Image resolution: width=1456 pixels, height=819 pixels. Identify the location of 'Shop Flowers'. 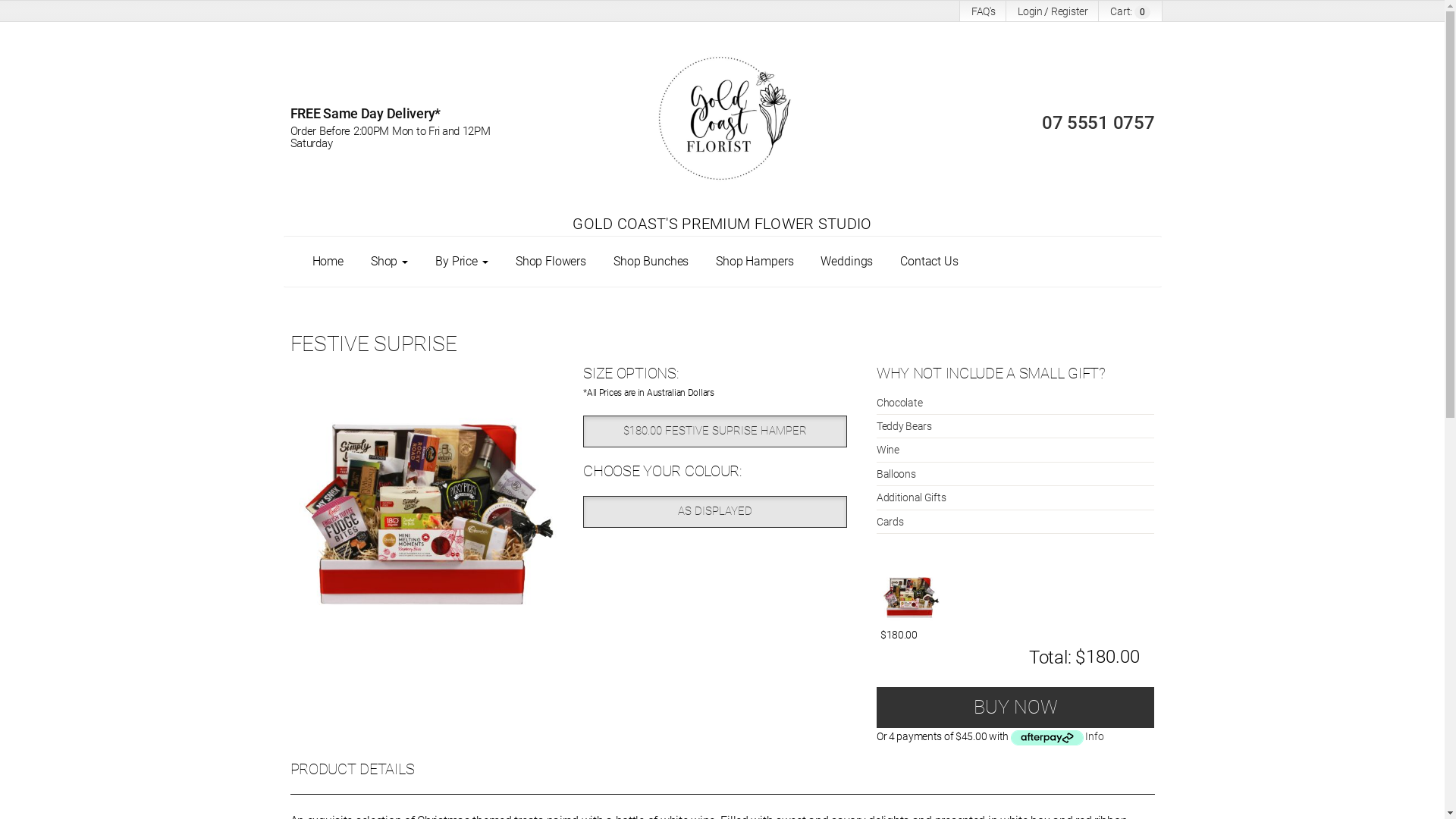
(550, 260).